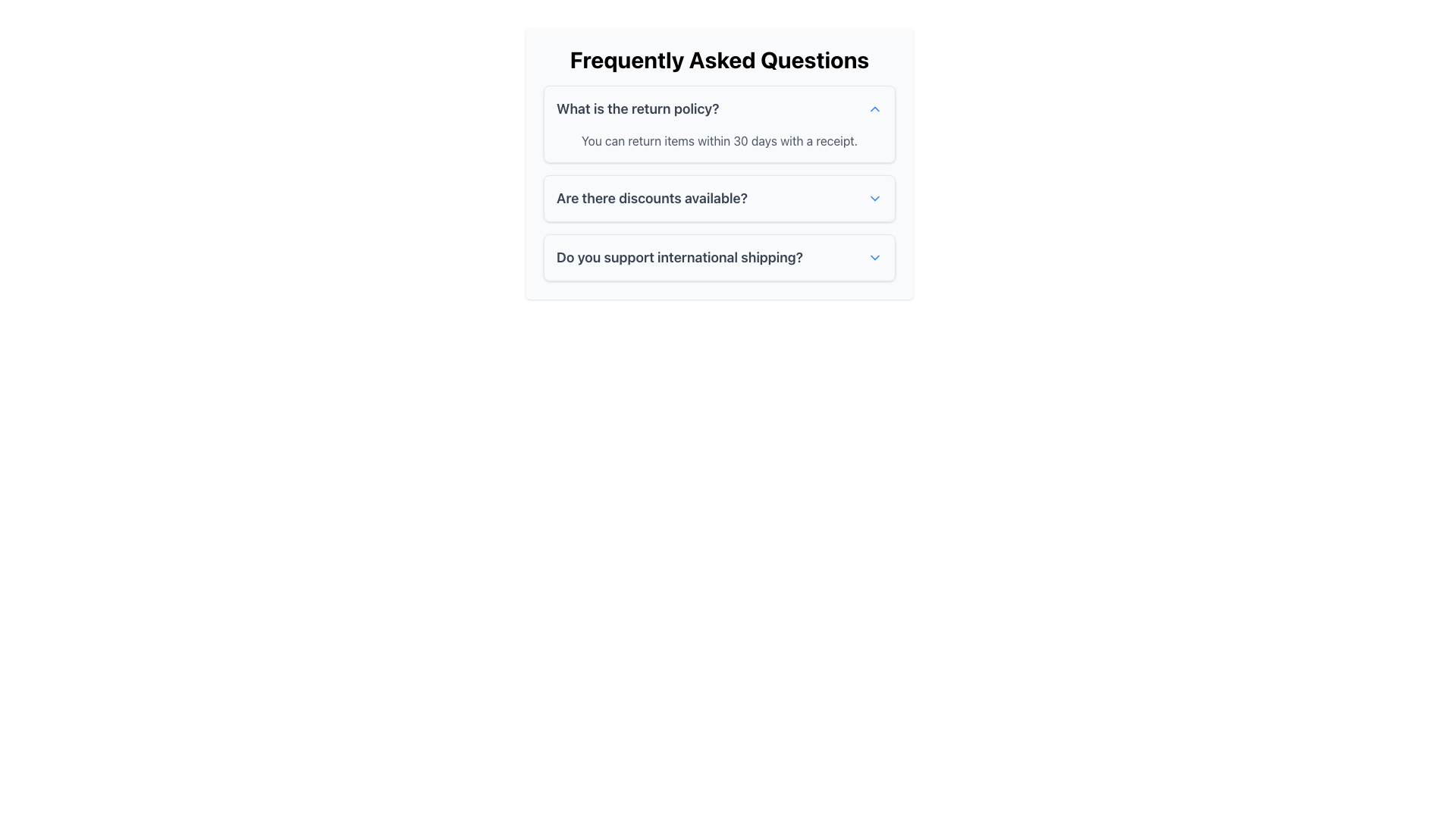  I want to click on the text heading that serves as the title for the FAQ content, which is located at the very top of a rounded card-like element, so click(719, 58).